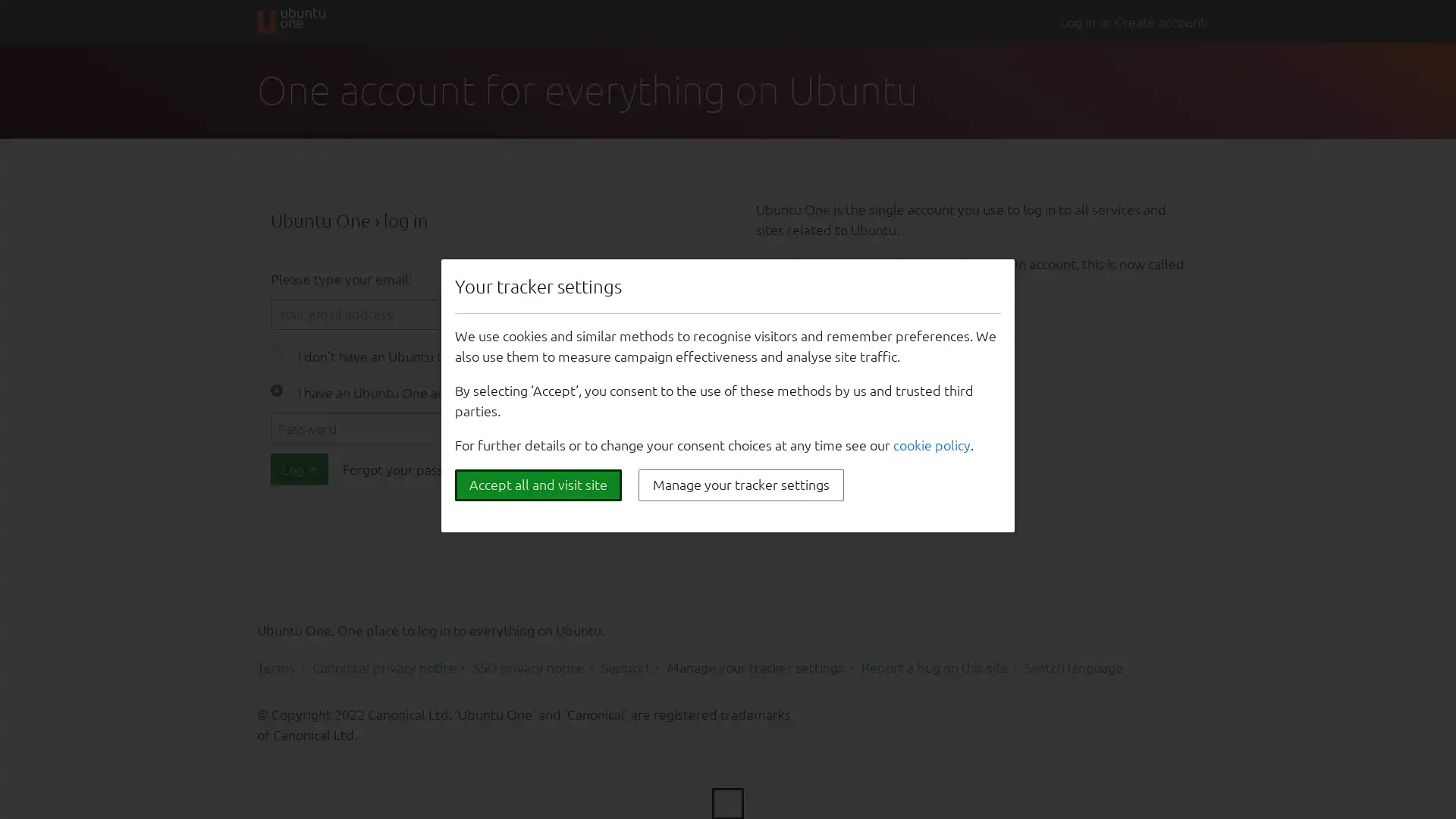  Describe the element at coordinates (538, 485) in the screenshot. I see `Accept all and visit site` at that location.